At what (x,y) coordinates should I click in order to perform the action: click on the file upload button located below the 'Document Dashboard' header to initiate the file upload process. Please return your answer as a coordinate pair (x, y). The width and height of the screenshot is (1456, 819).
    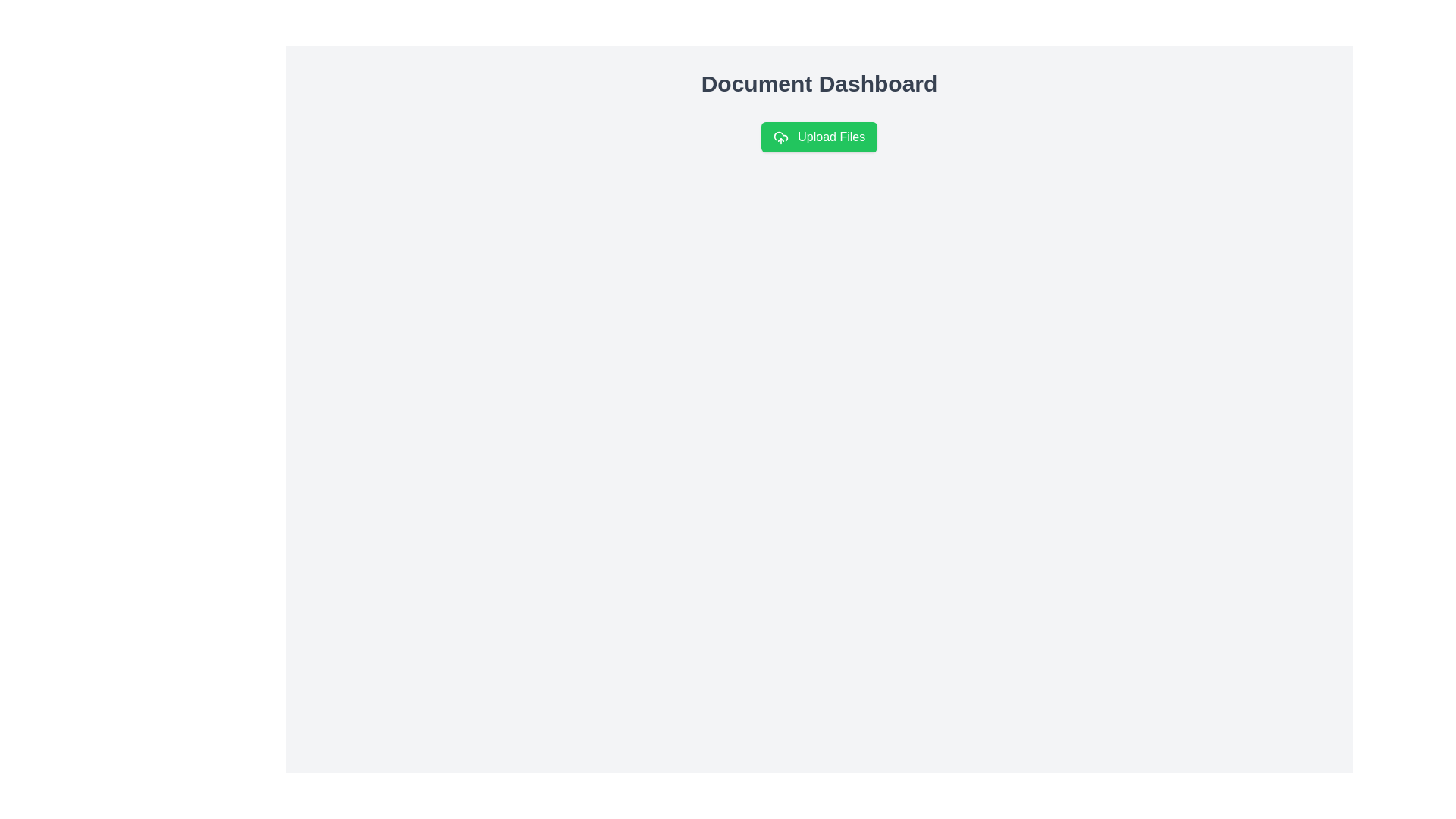
    Looking at the image, I should click on (818, 137).